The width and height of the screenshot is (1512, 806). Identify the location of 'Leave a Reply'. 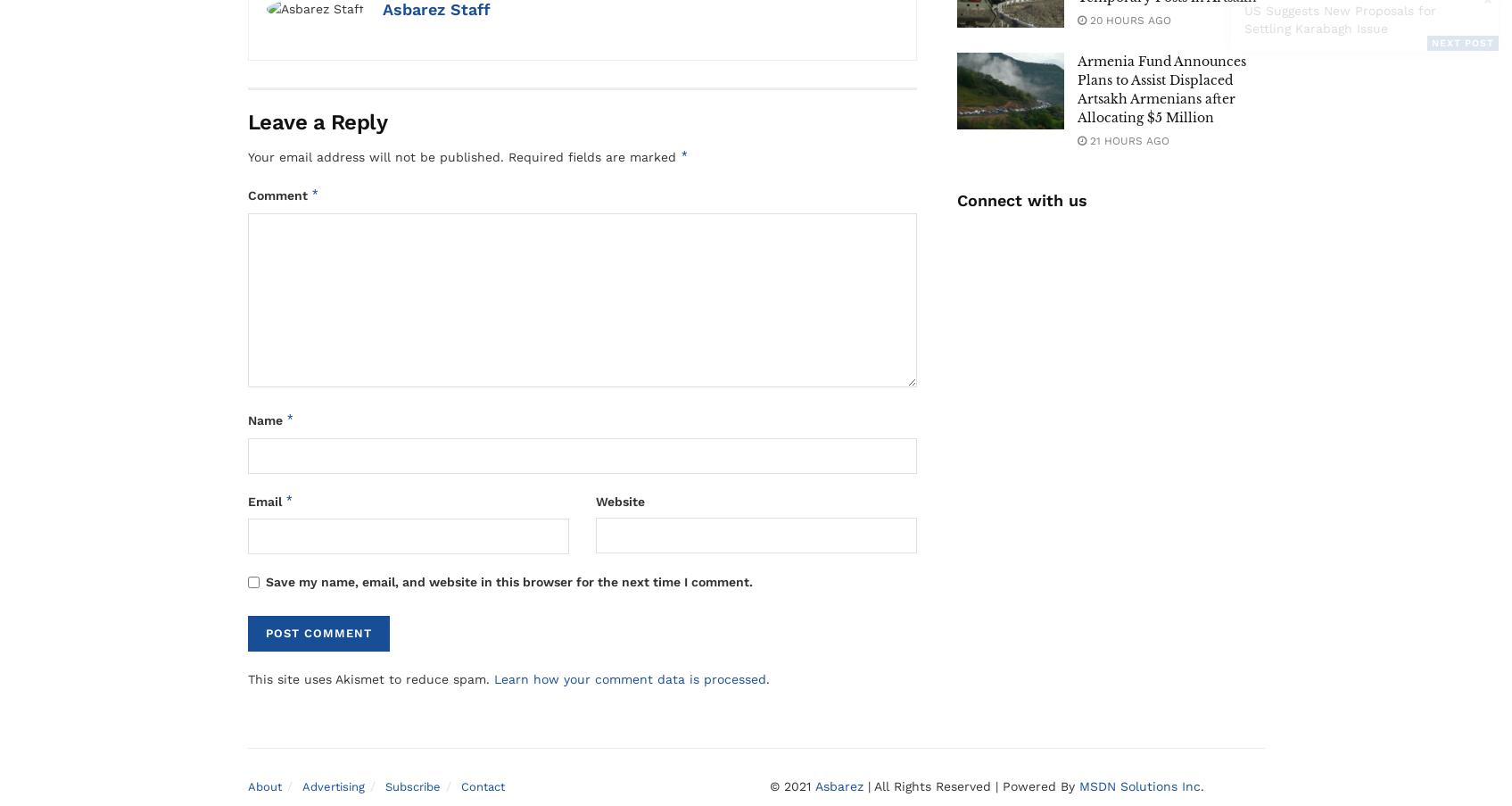
(316, 120).